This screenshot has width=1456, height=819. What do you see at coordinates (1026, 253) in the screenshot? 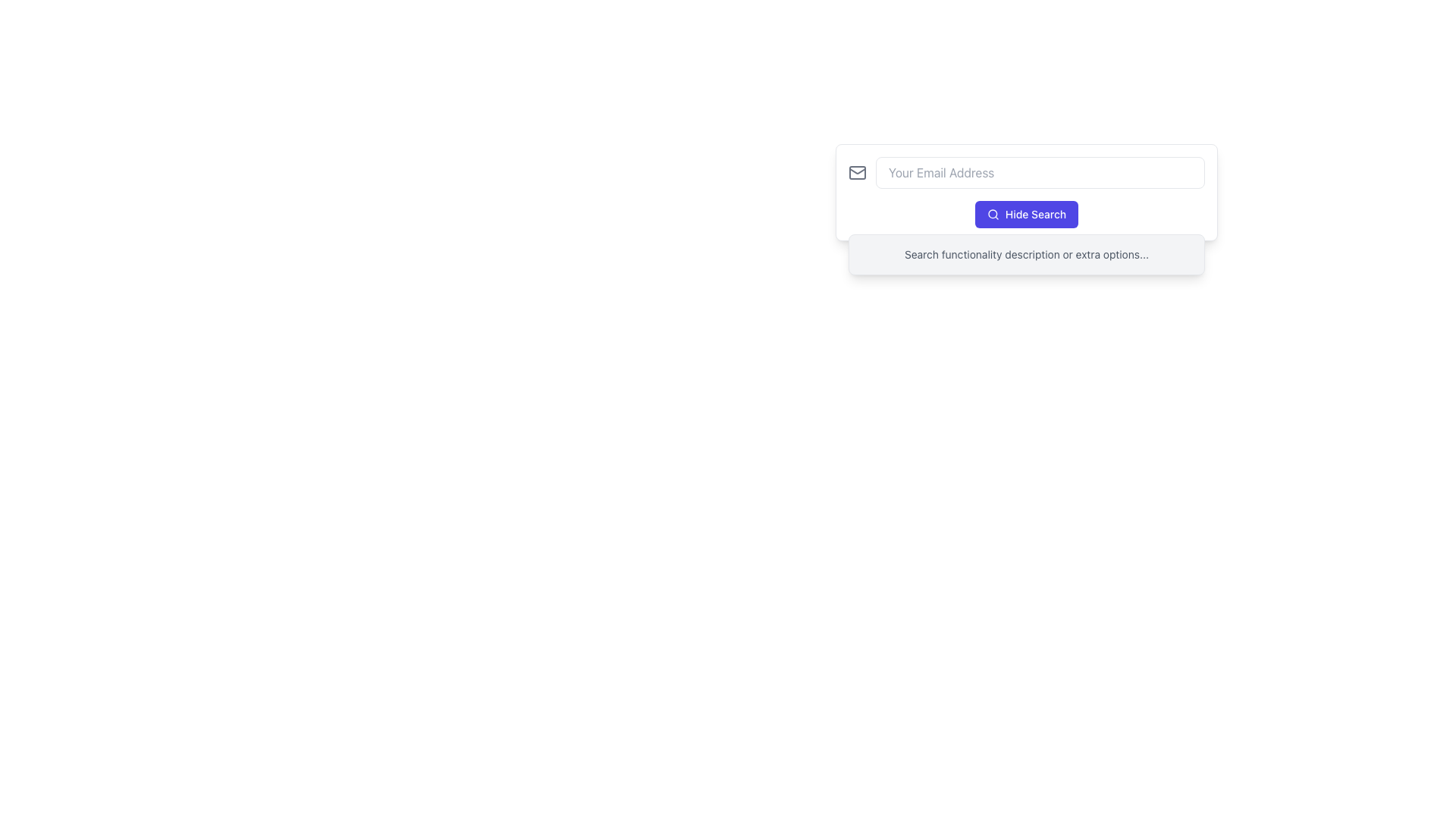
I see `the Text Label that provides information about the associated search feature, located below the 'Hide Search' button` at bounding box center [1026, 253].